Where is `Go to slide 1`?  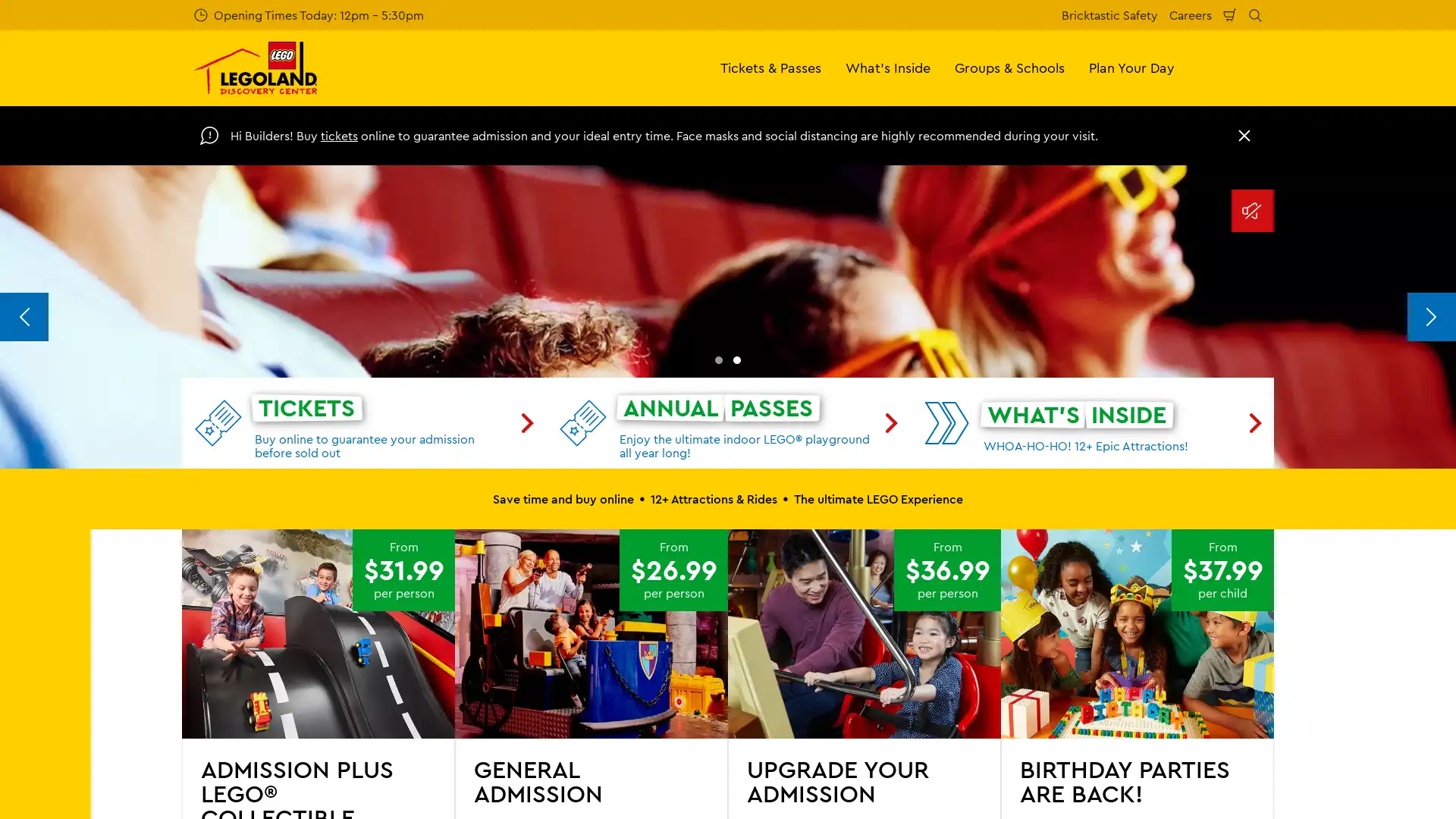
Go to slide 1 is located at coordinates (718, 646).